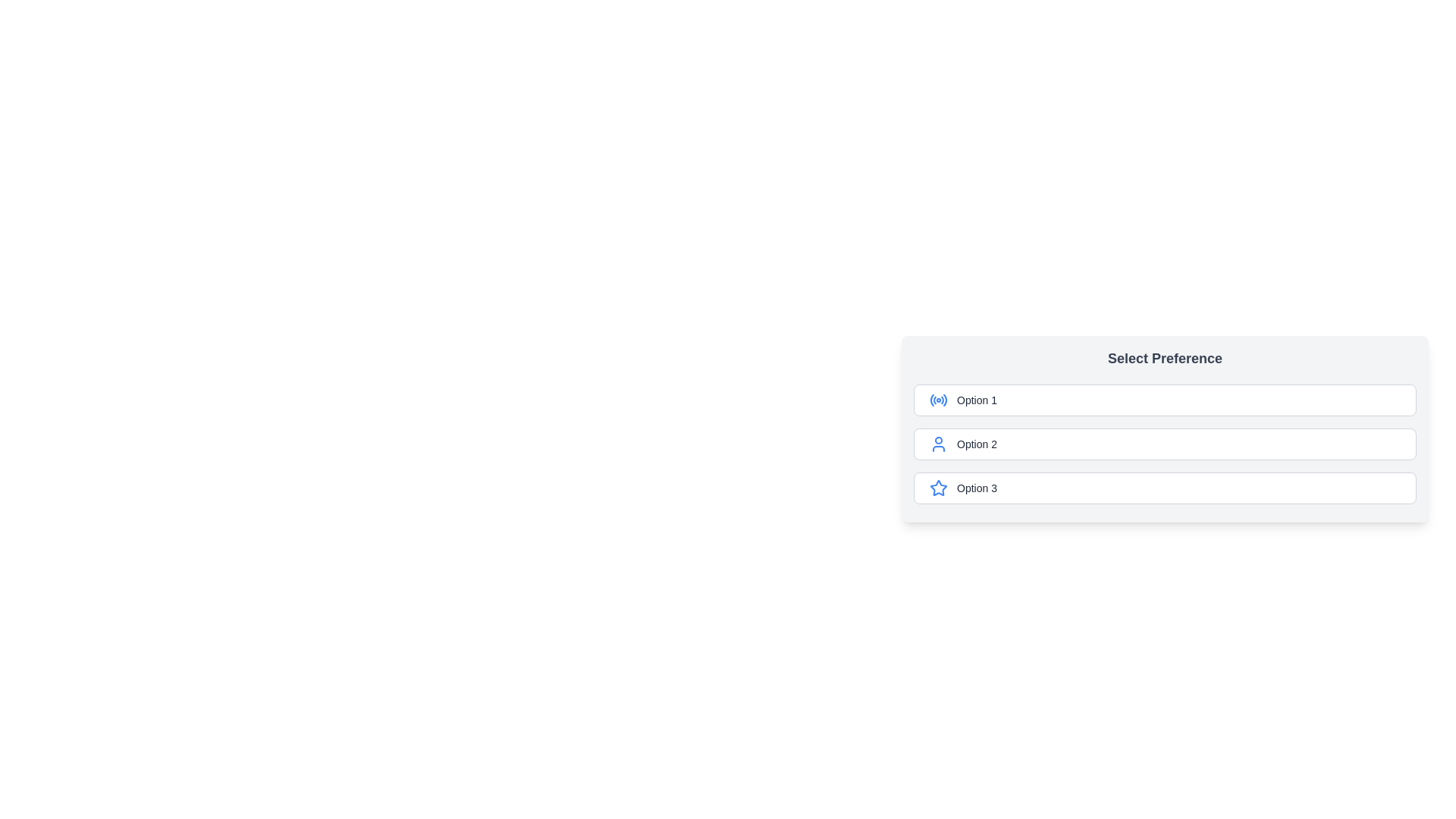  What do you see at coordinates (1164, 444) in the screenshot?
I see `one of the selectable options in the 'Select Preference' section` at bounding box center [1164, 444].